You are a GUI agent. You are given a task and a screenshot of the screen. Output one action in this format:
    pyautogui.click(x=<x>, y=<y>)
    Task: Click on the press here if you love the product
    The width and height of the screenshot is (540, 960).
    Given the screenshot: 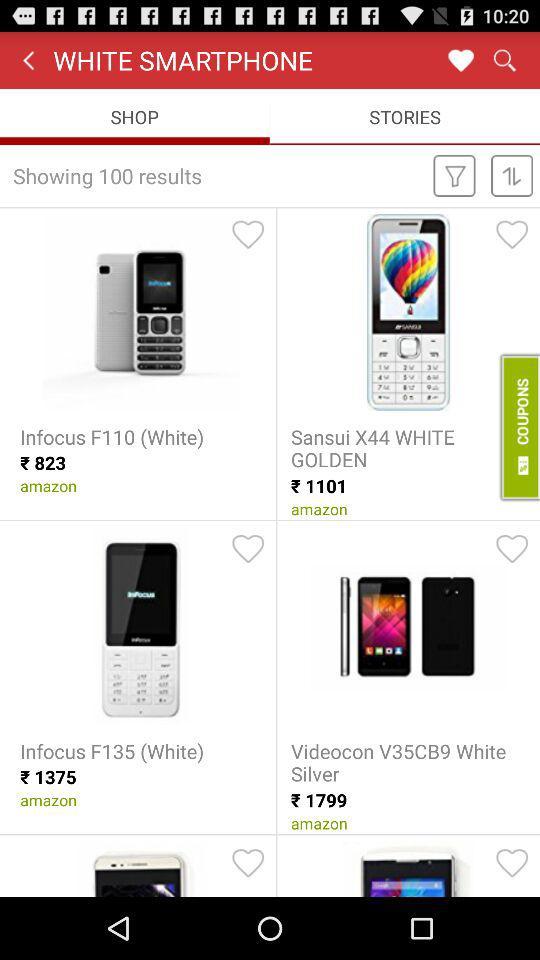 What is the action you would take?
    pyautogui.click(x=248, y=862)
    